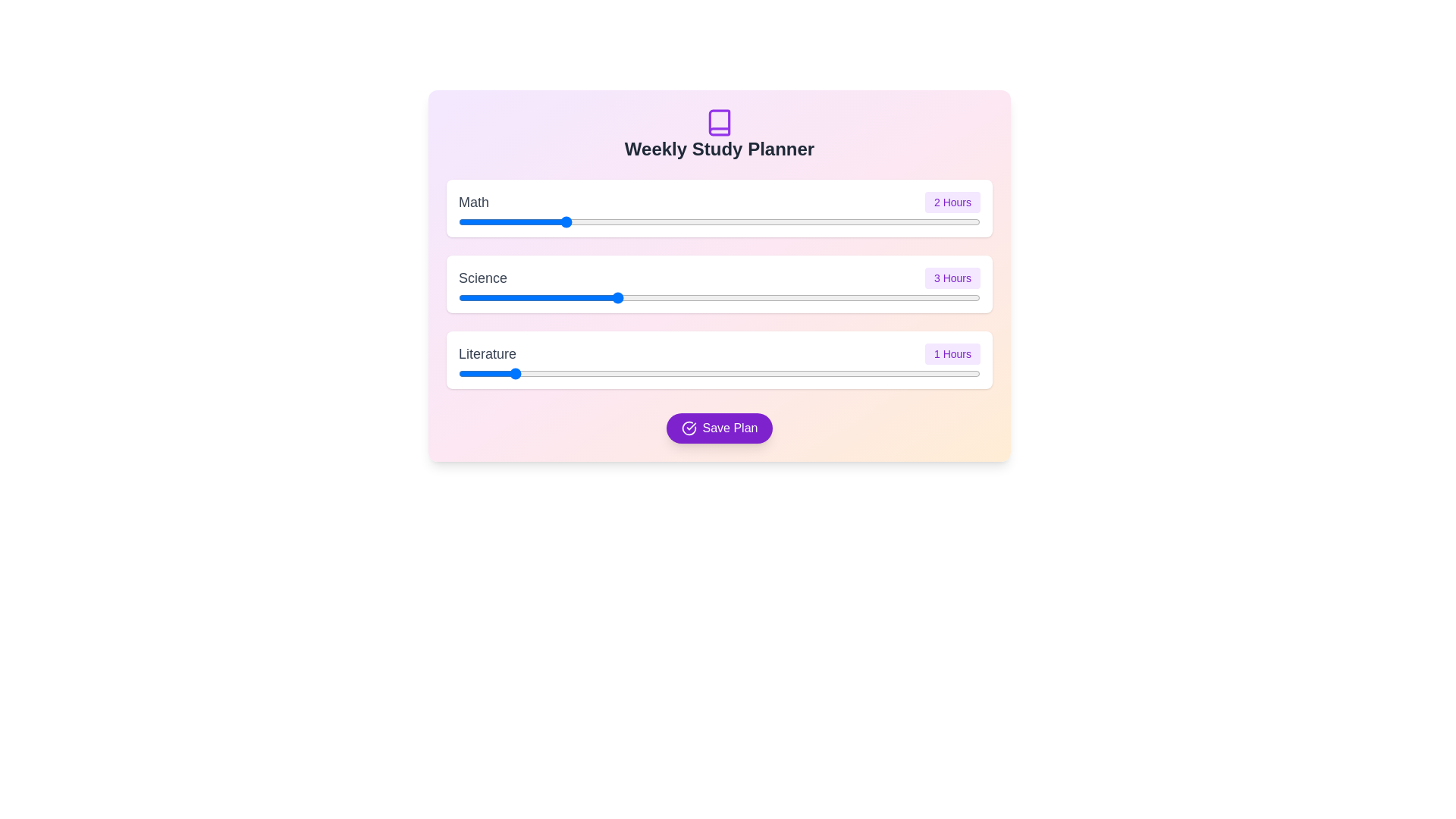  What do you see at coordinates (719, 374) in the screenshot?
I see `the element labeled 'Literature slider' to view its tooltip` at bounding box center [719, 374].